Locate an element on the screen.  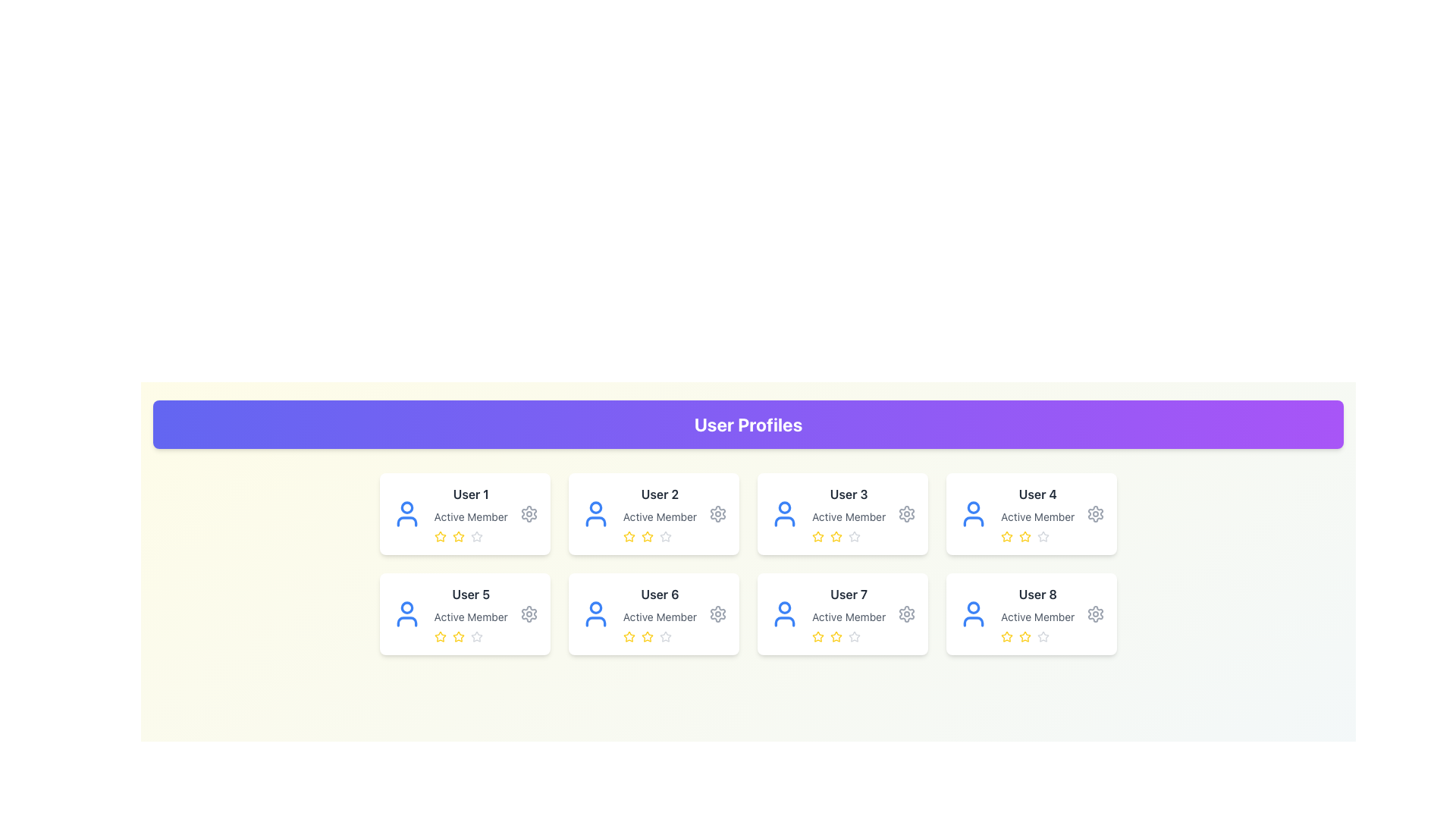
the text label displaying 'User Profiles' in bold, large white font, which is centered at the top of the interface above user cards is located at coordinates (748, 424).